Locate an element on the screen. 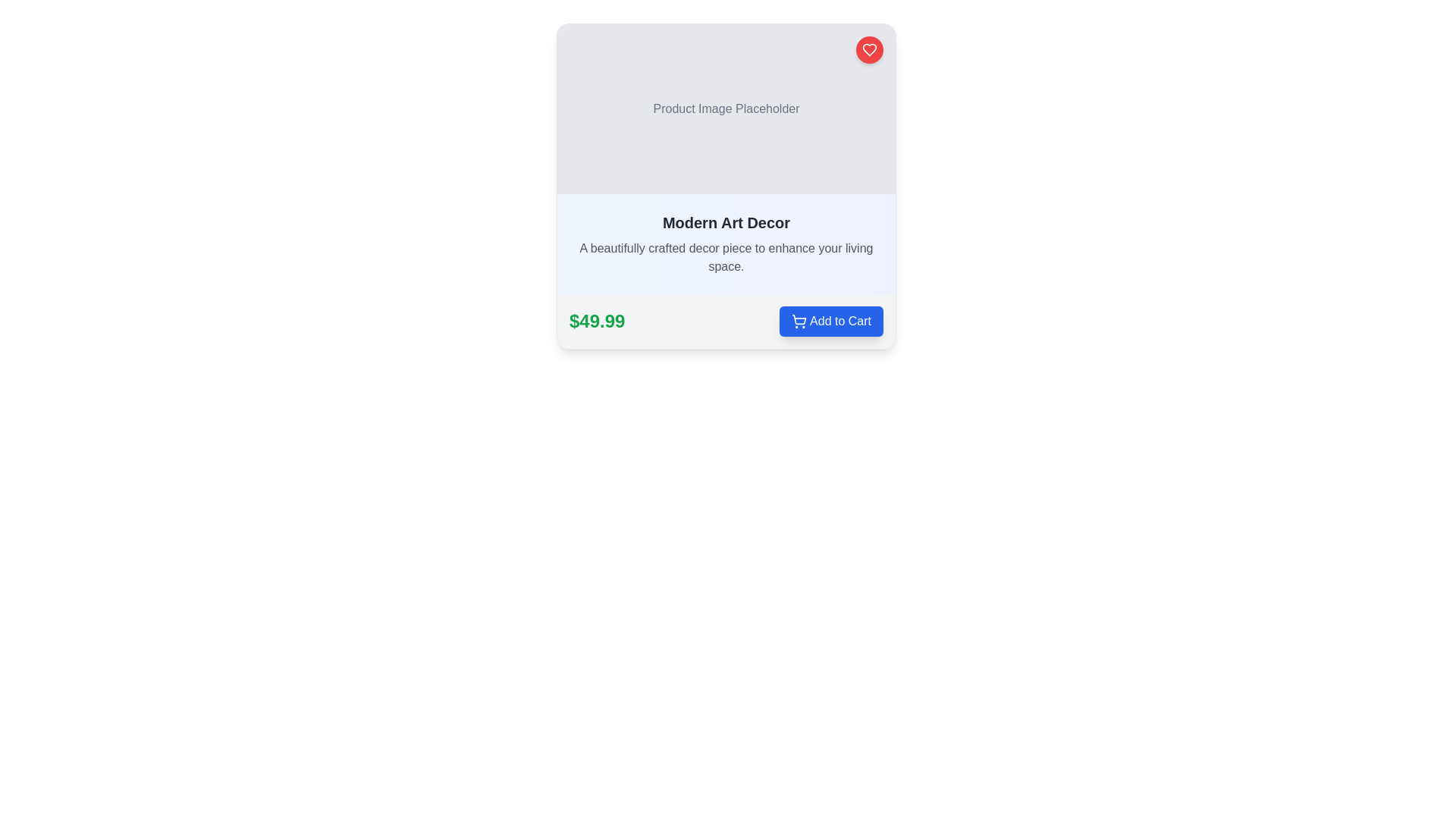  text label 'Modern Art Decor', which is a bold black text displayed prominently at the top of the UI card section is located at coordinates (726, 222).